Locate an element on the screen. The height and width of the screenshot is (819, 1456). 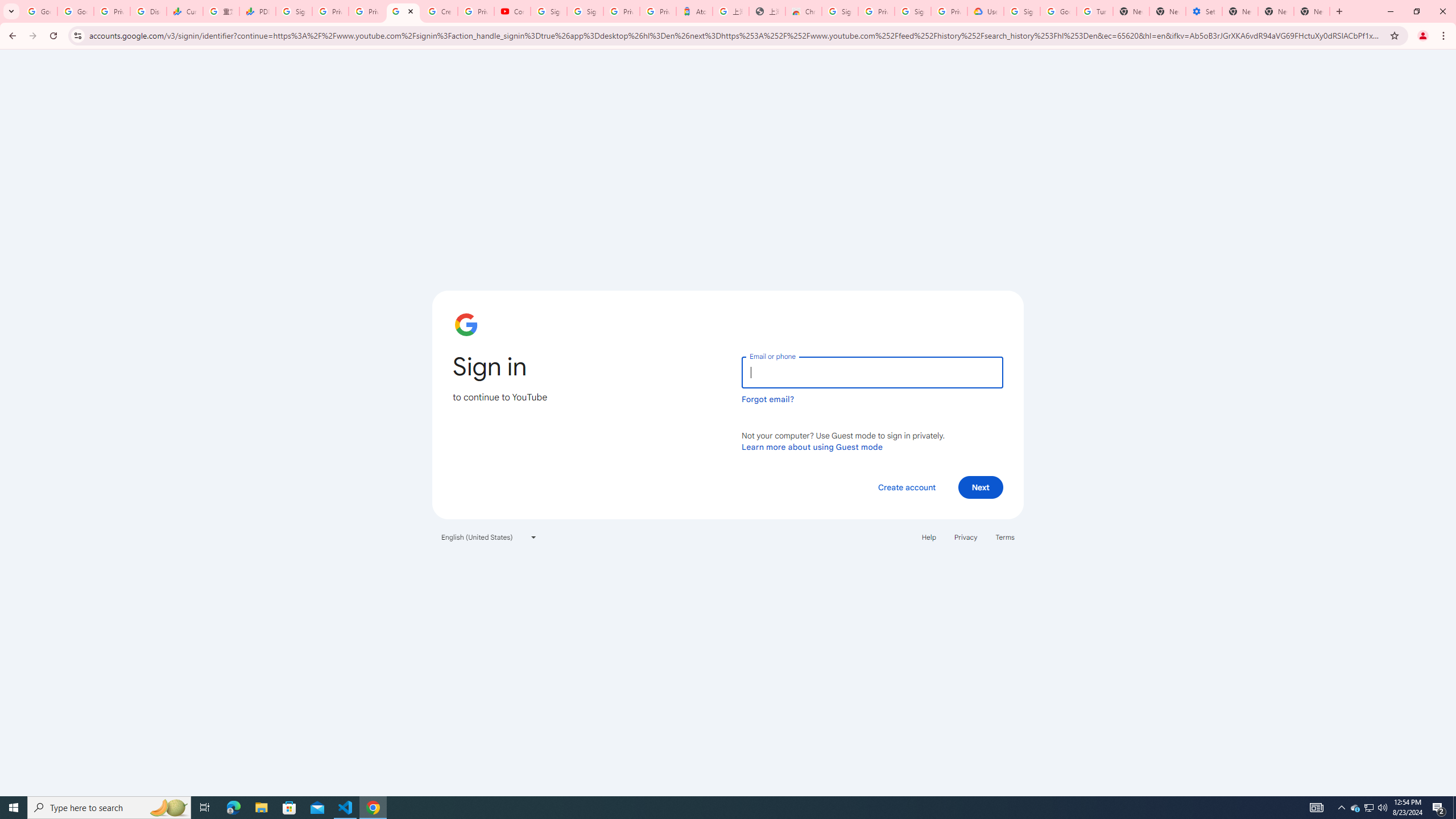
'Google Workspace Admin Community' is located at coordinates (39, 11).